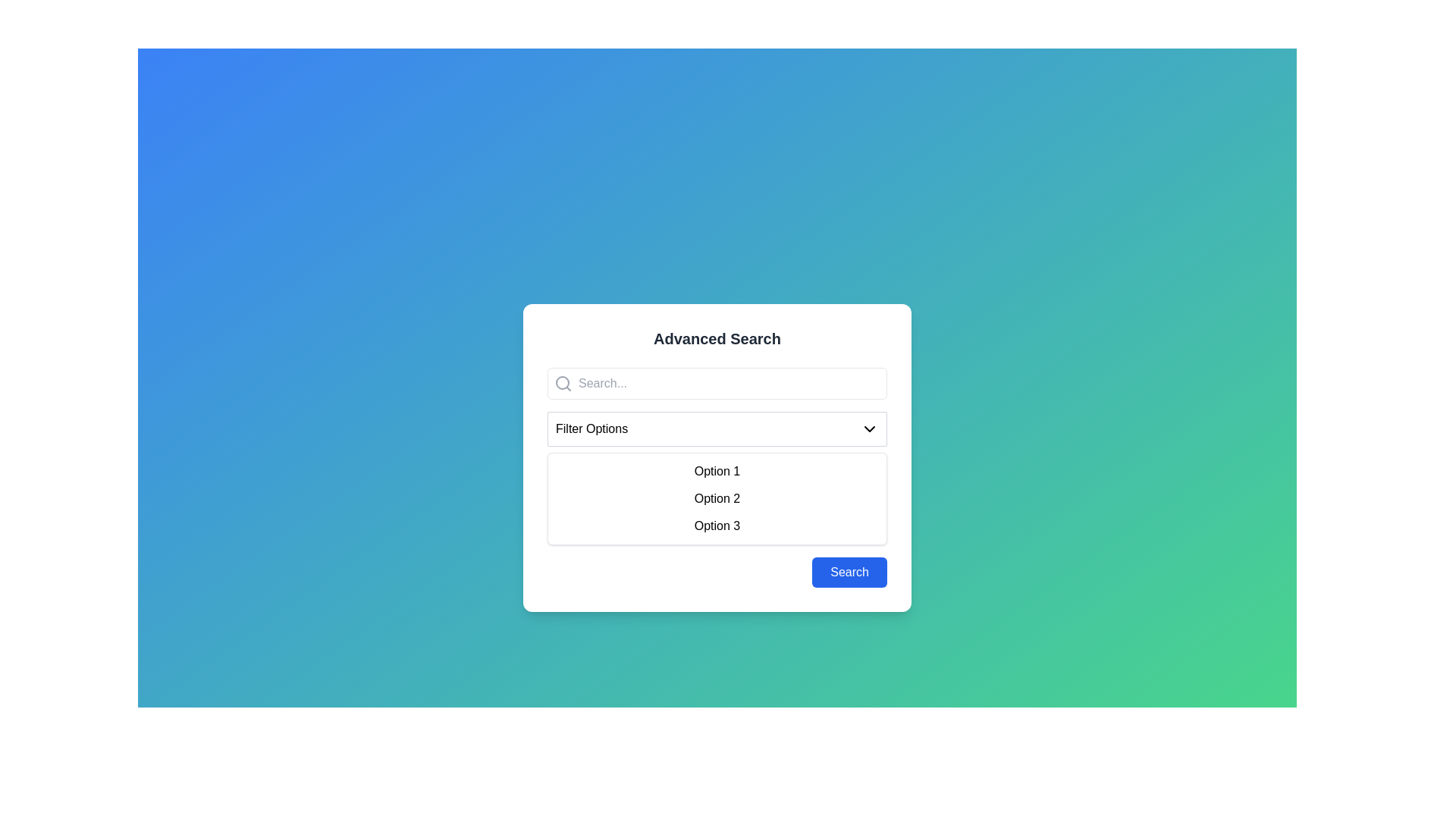 This screenshot has width=1456, height=819. I want to click on the 'Search' button located at the bottom-right corner of the form in the dialog box to initiate the search, so click(849, 573).